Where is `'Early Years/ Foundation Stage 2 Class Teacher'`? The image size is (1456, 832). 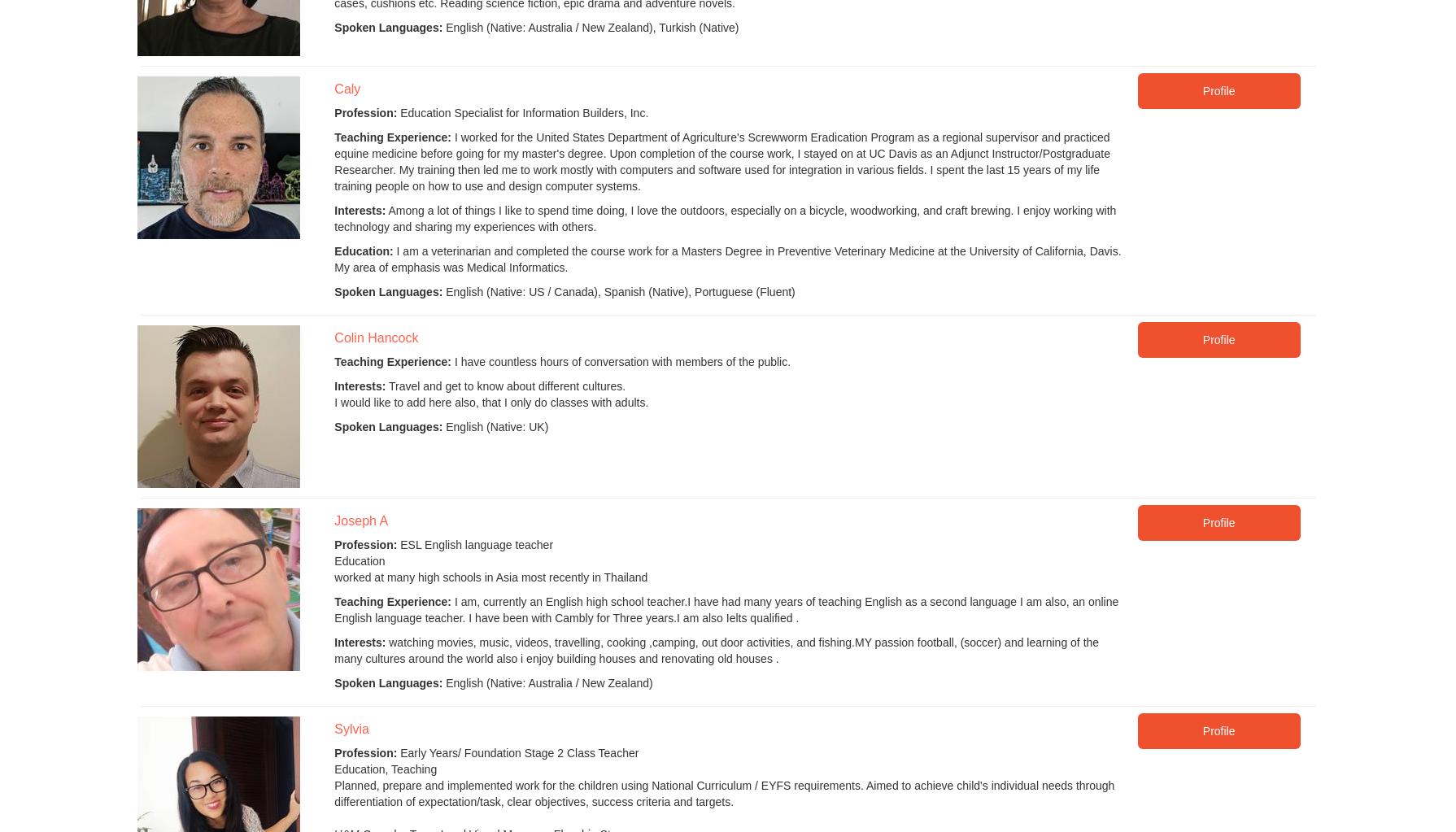 'Early Years/ Foundation Stage 2 Class Teacher' is located at coordinates (517, 752).